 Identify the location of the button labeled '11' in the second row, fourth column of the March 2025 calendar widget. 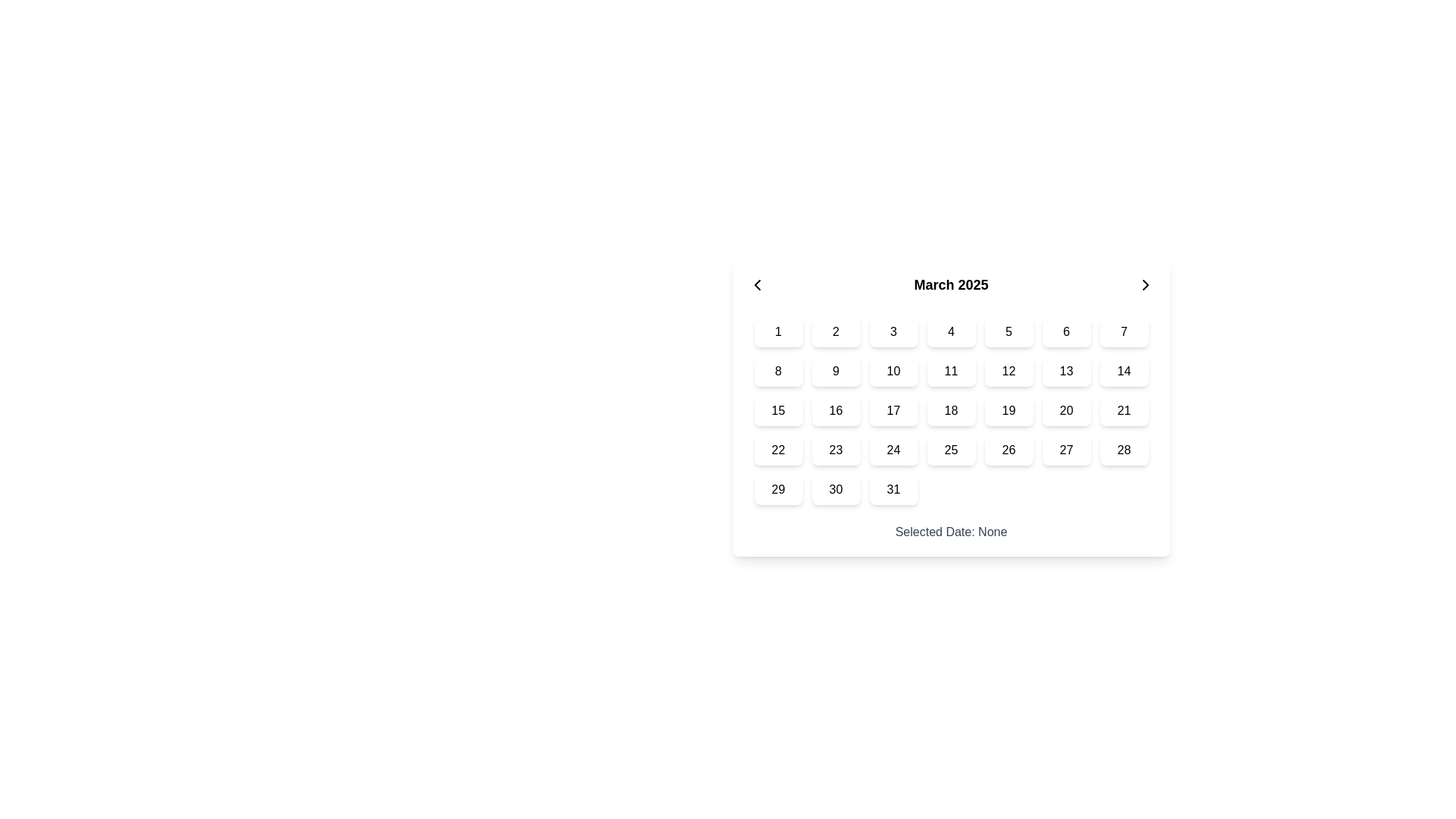
(950, 371).